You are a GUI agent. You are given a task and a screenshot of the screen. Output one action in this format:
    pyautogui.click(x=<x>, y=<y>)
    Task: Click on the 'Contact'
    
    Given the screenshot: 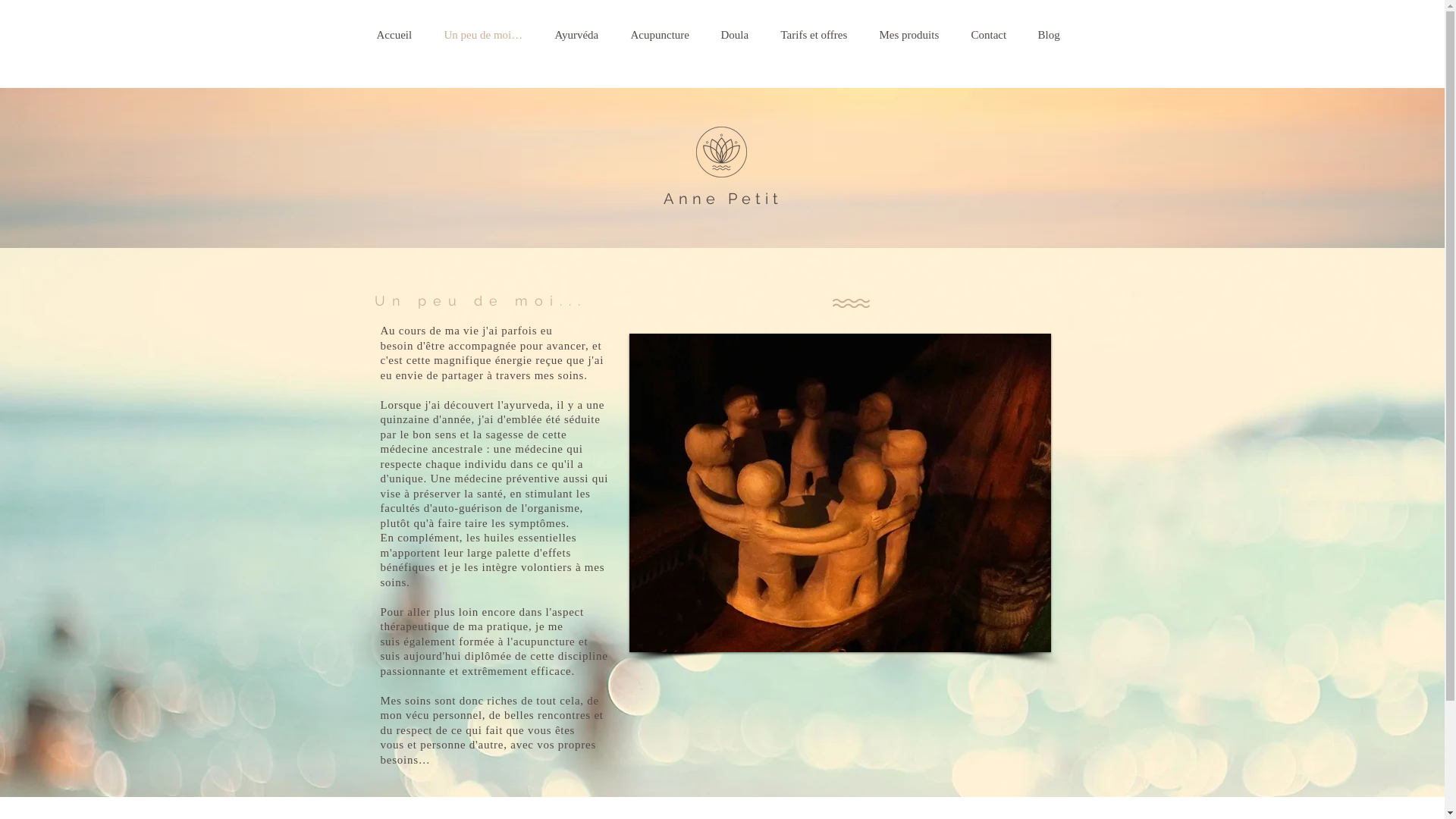 What is the action you would take?
    pyautogui.click(x=996, y=34)
    